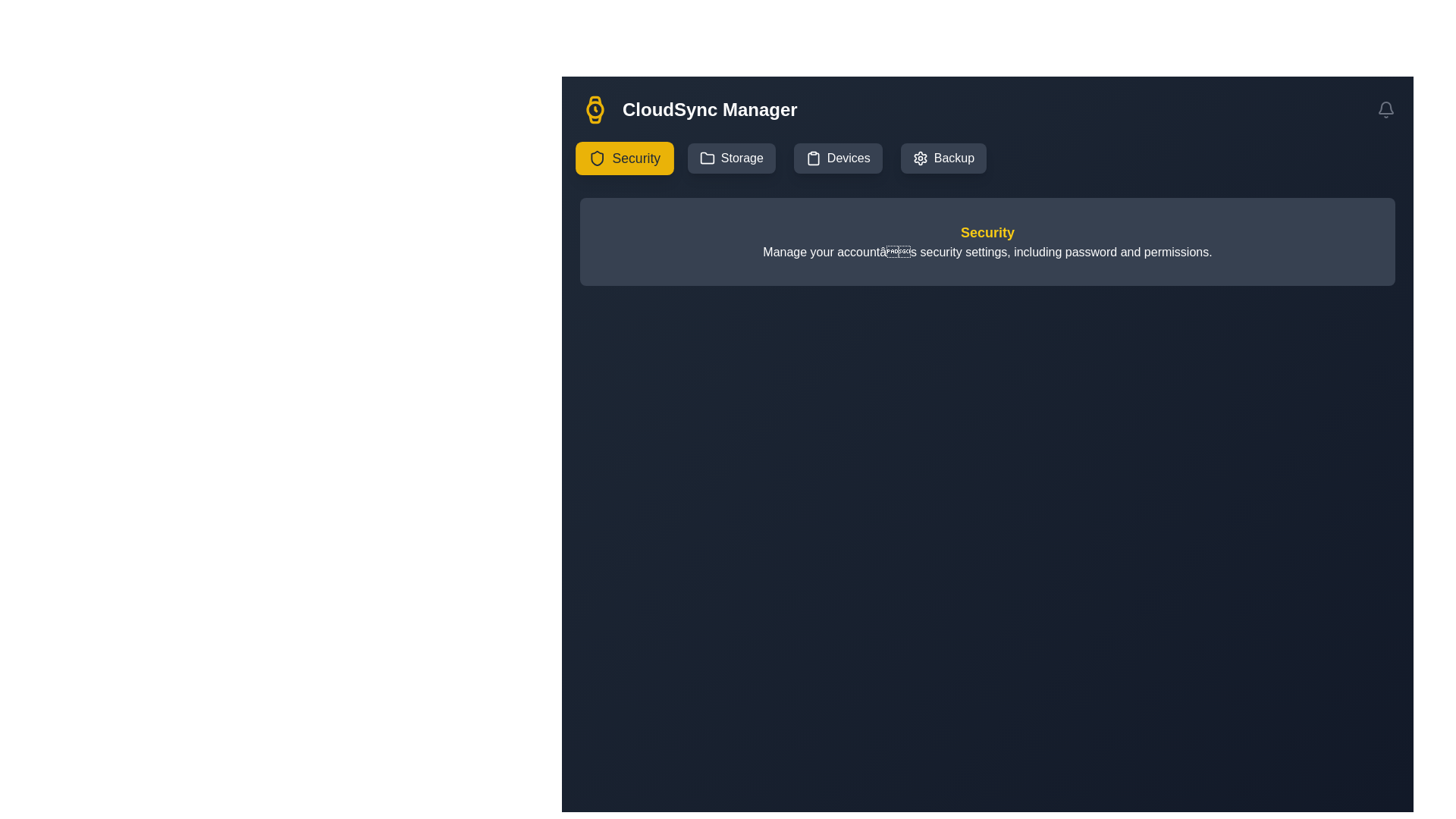 This screenshot has height=819, width=1456. I want to click on the 'Security' item in the horizontal navigation bar, so click(987, 158).